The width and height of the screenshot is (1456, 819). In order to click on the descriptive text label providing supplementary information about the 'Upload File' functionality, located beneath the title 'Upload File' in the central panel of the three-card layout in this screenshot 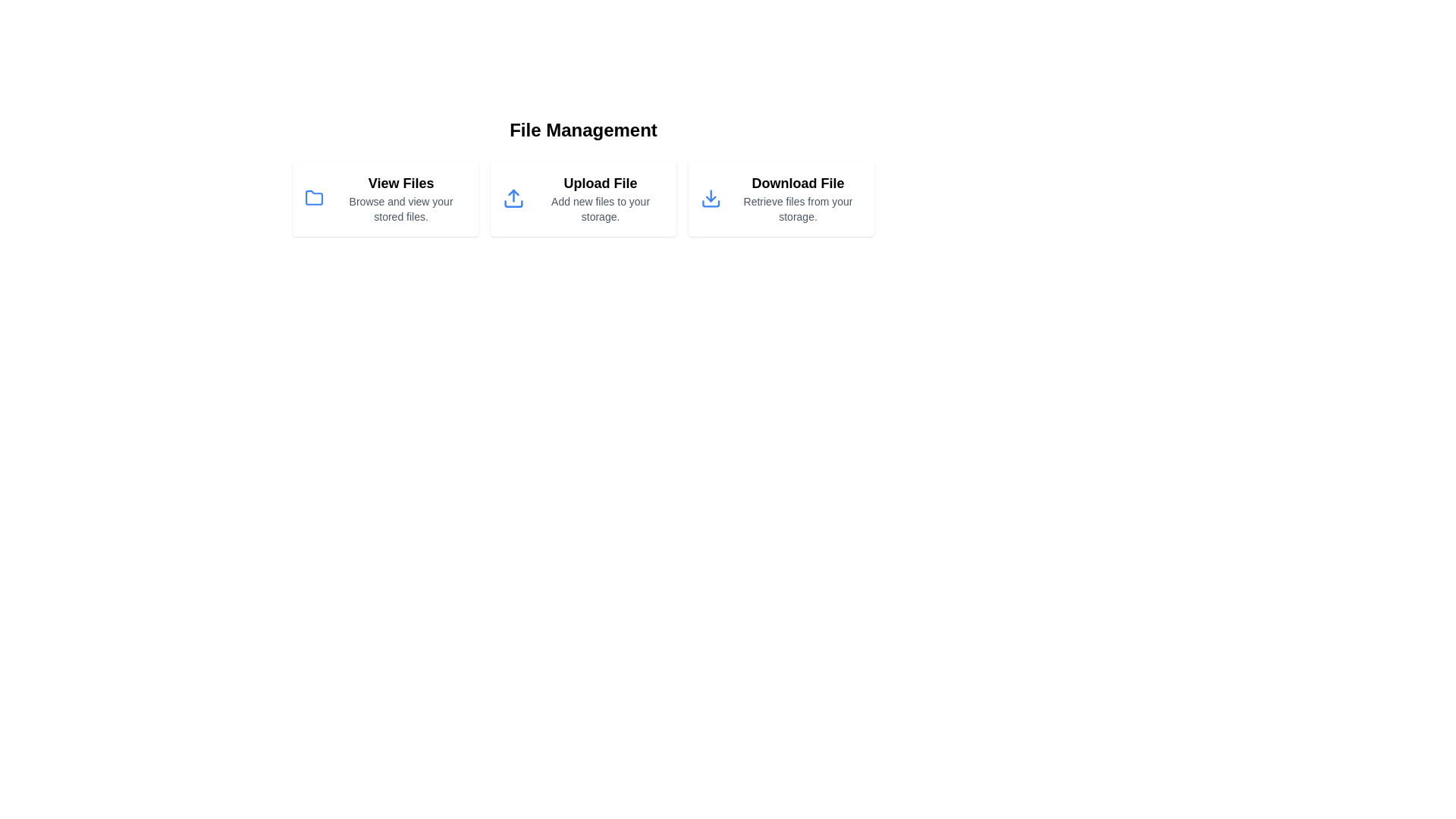, I will do `click(600, 209)`.